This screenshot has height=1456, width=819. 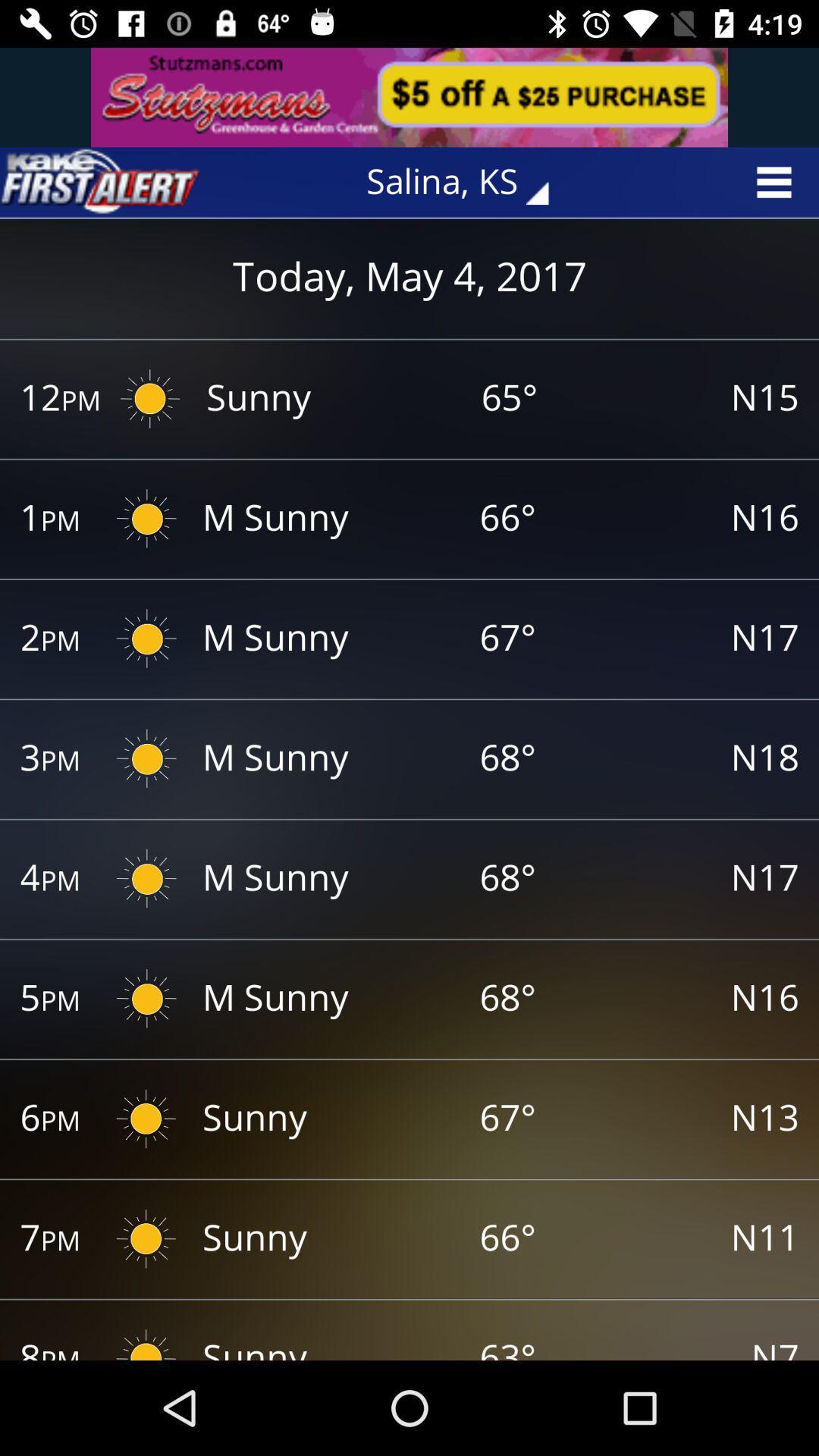 What do you see at coordinates (409, 96) in the screenshot?
I see `advertisement area` at bounding box center [409, 96].